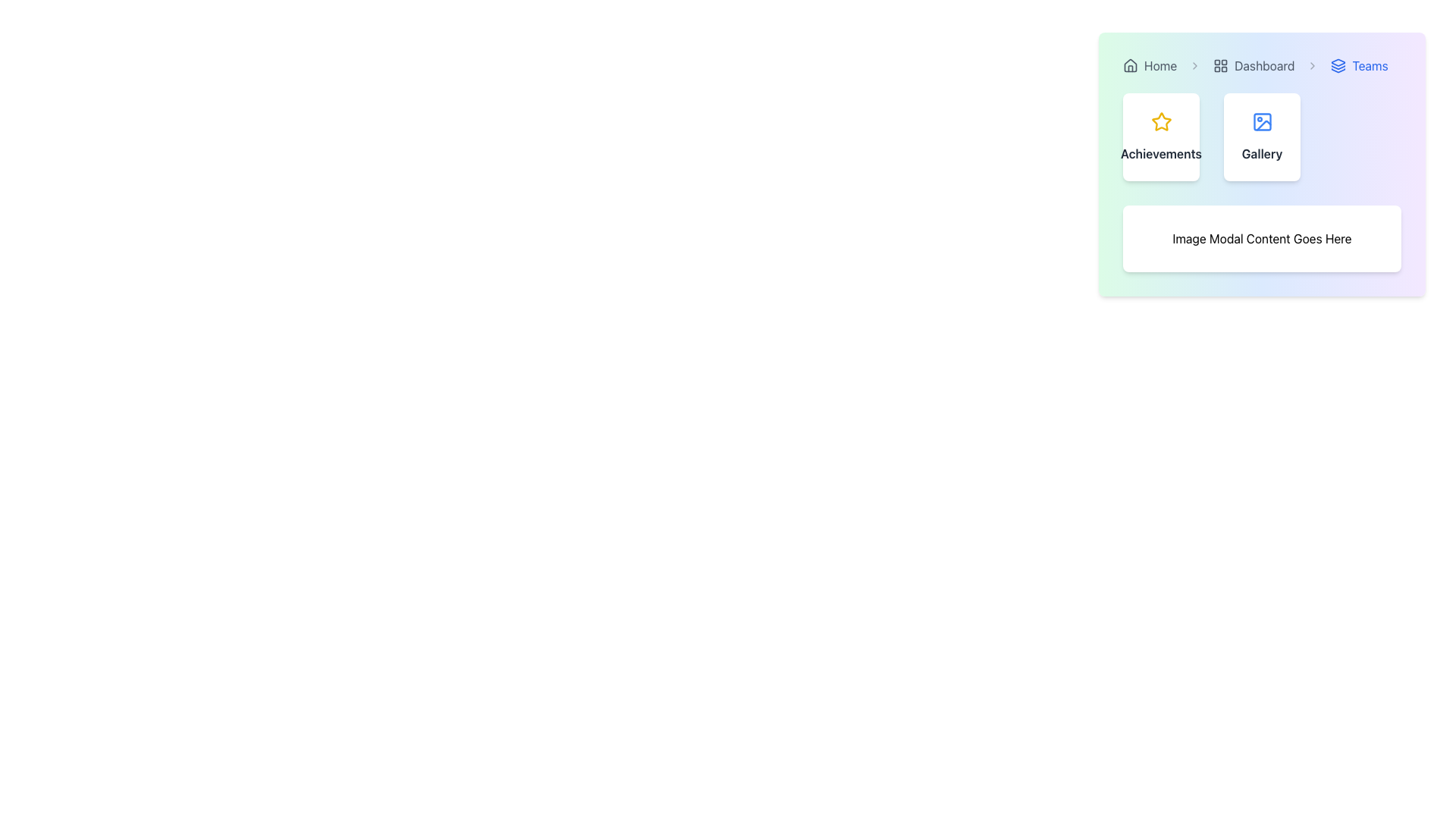 This screenshot has height=819, width=1456. I want to click on the blue icon resembling stacked sheets in the breadcrumb navigation bar, located immediately to the left of the 'Teams' text, so click(1338, 65).